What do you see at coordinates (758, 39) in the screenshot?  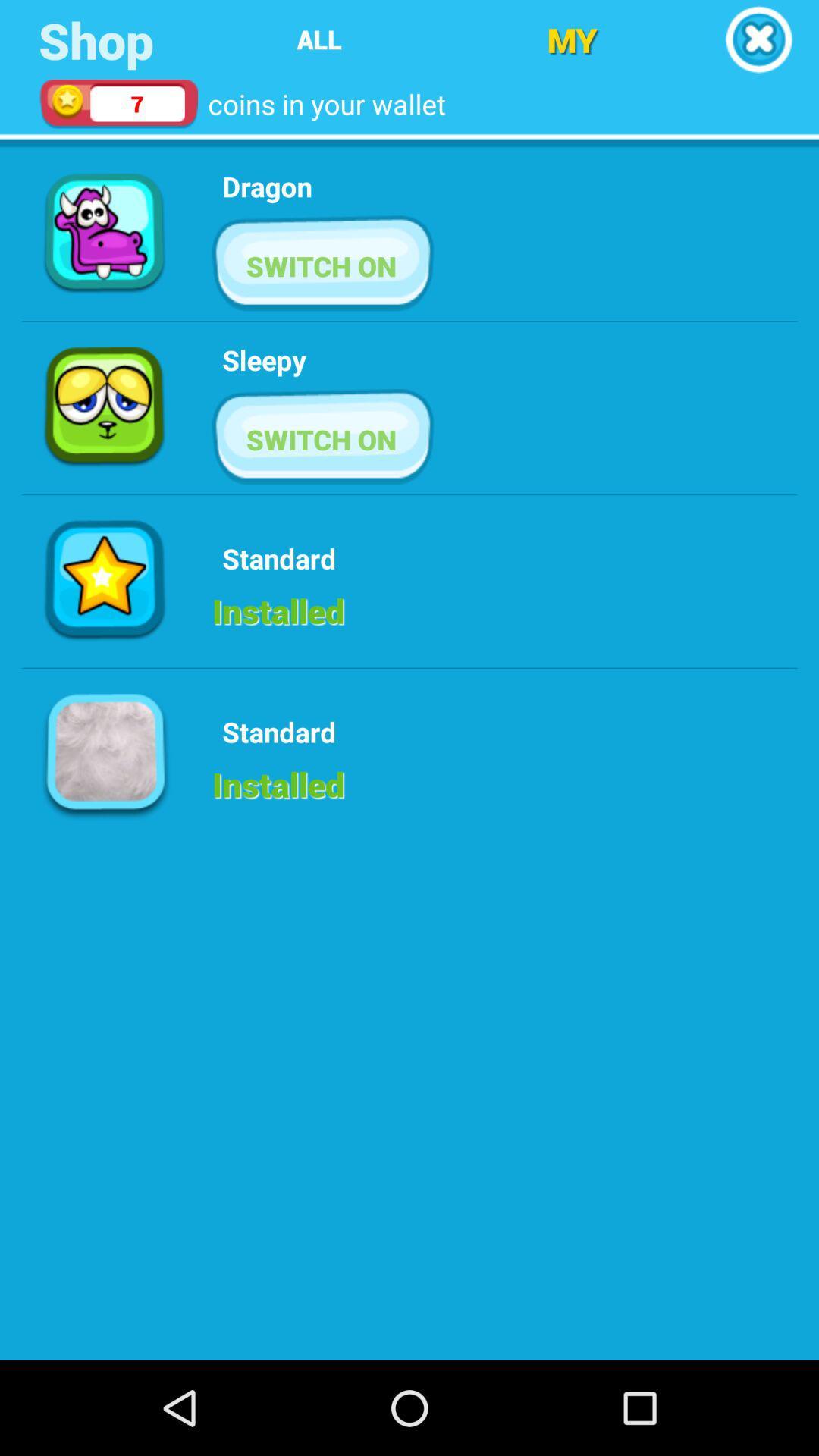 I see `icon next to my` at bounding box center [758, 39].